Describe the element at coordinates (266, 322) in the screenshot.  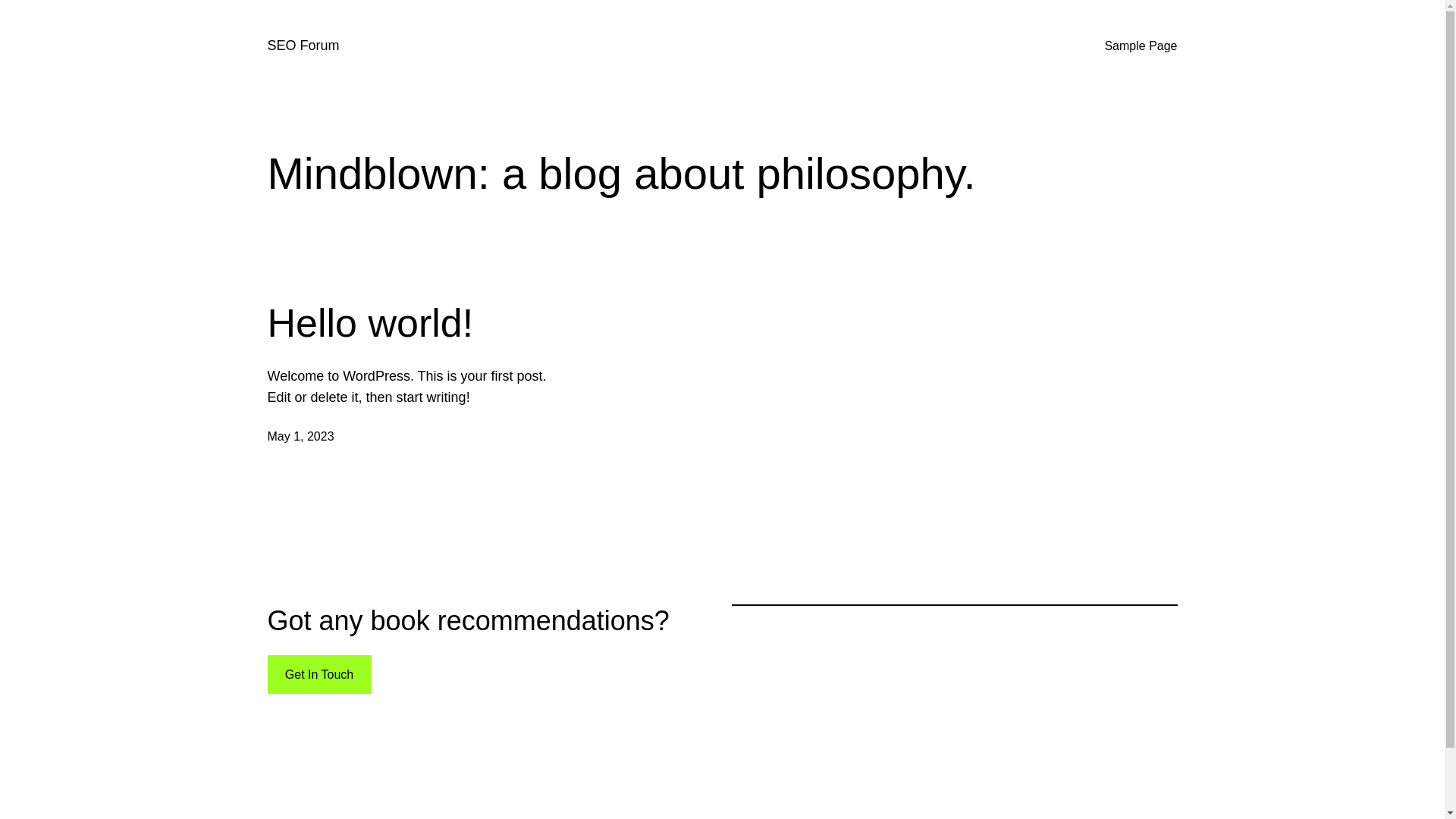
I see `'Hello world!'` at that location.